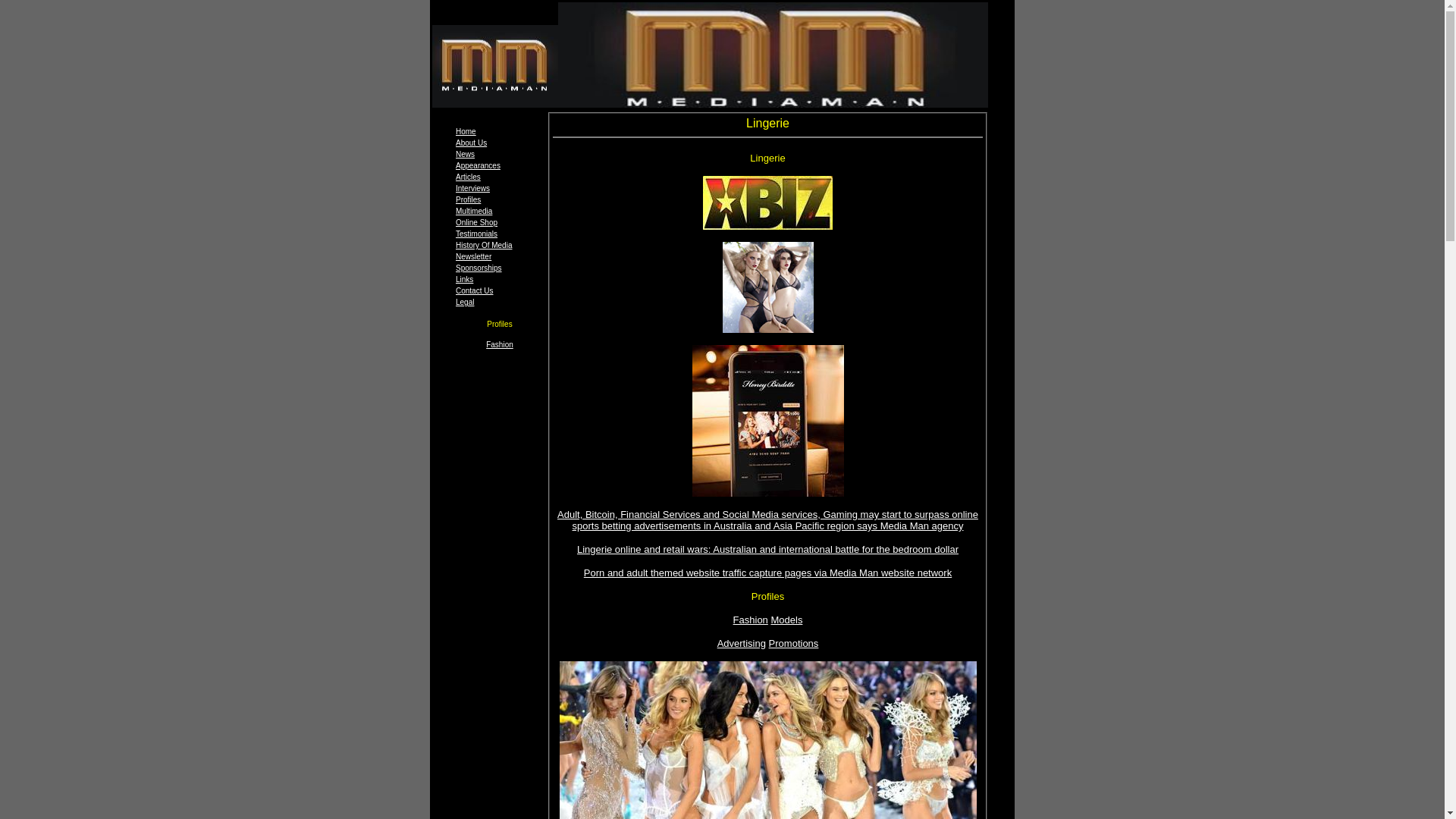 This screenshot has height=819, width=1456. Describe the element at coordinates (475, 234) in the screenshot. I see `'Testimonials'` at that location.